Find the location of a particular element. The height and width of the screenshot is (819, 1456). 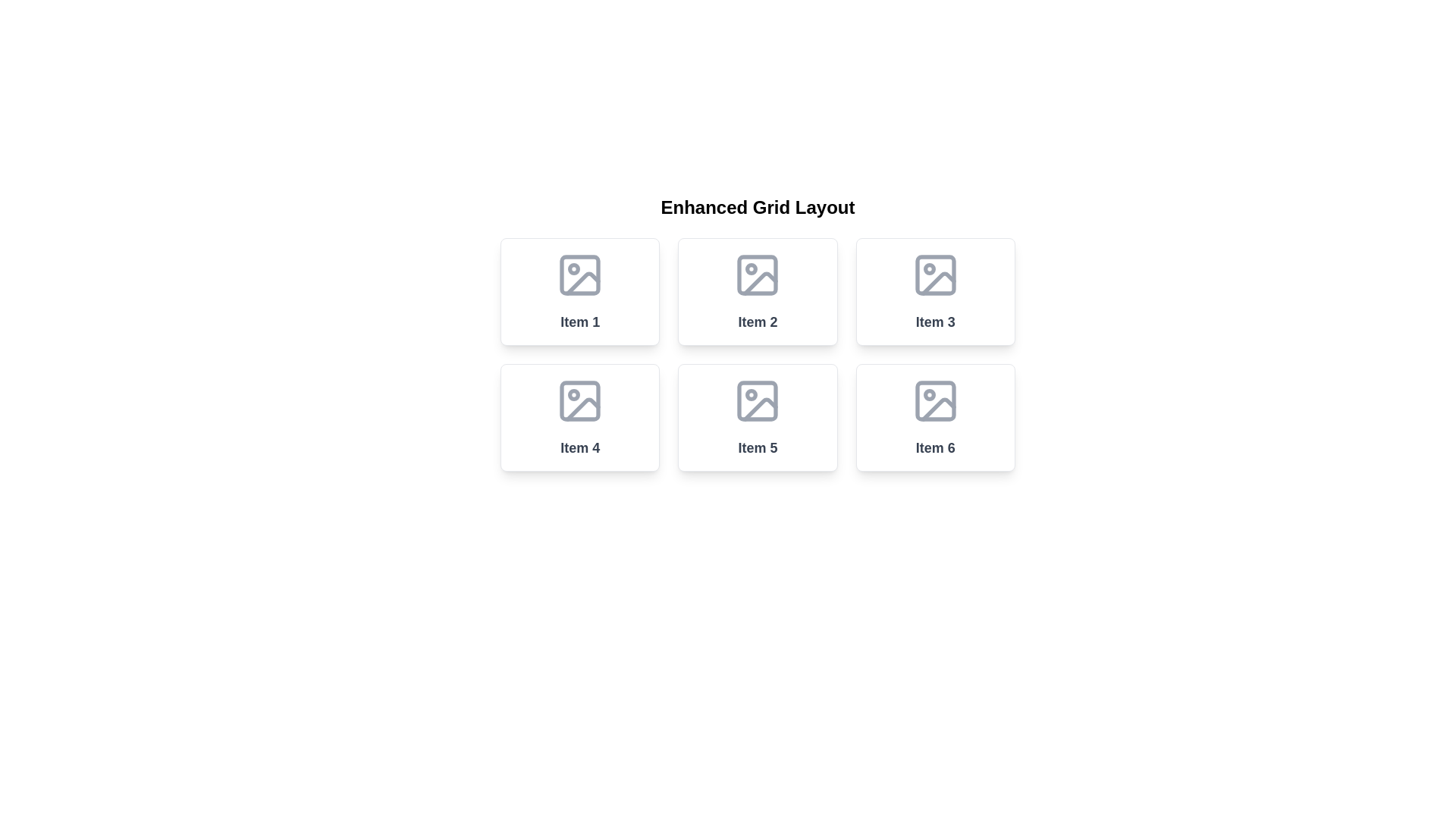

the decorative icon representing the image placeholder for 'Item 3', located in the top-right section of the grid is located at coordinates (934, 275).